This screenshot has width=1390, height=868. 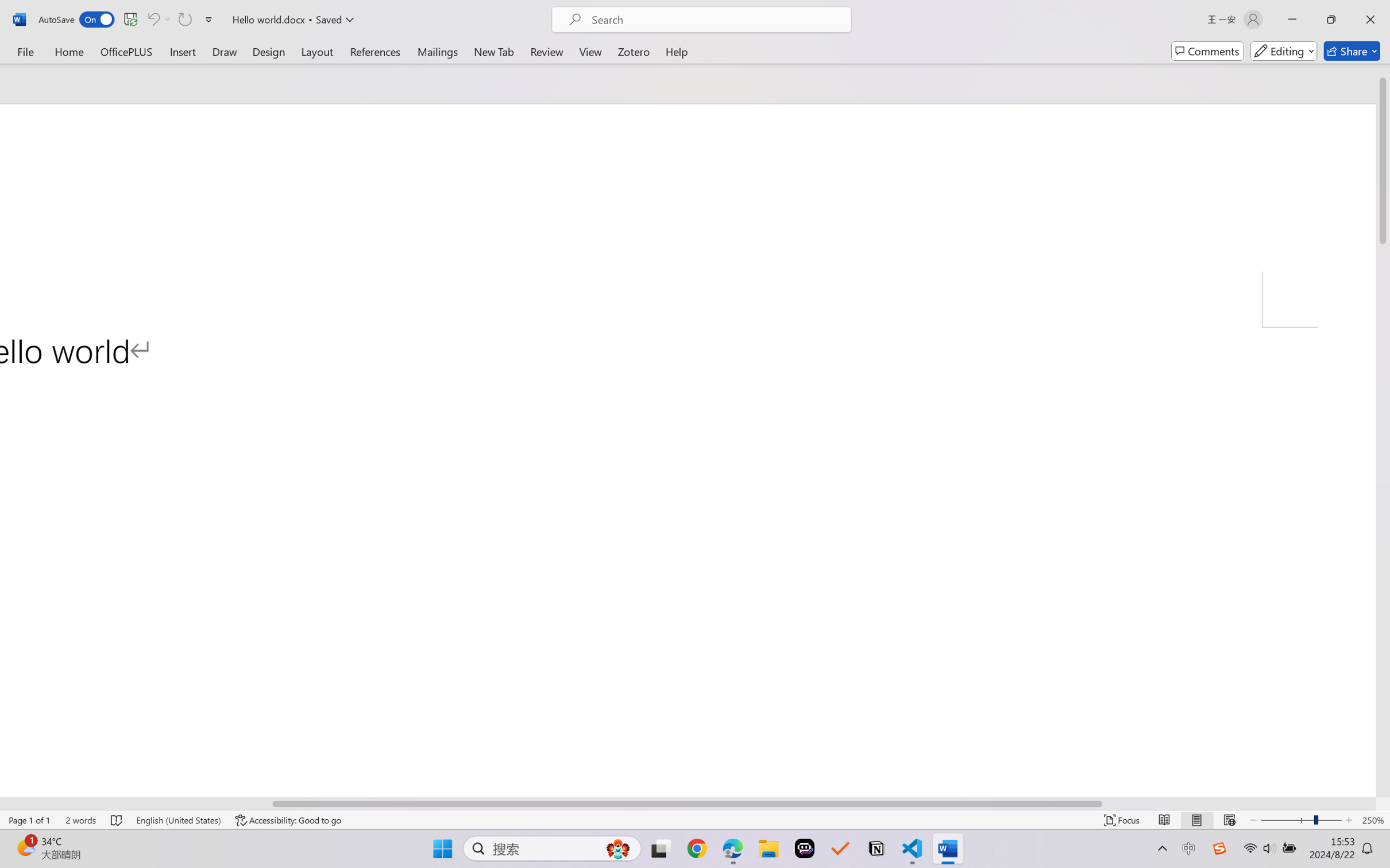 I want to click on 'Language English (United States)', so click(x=178, y=820).